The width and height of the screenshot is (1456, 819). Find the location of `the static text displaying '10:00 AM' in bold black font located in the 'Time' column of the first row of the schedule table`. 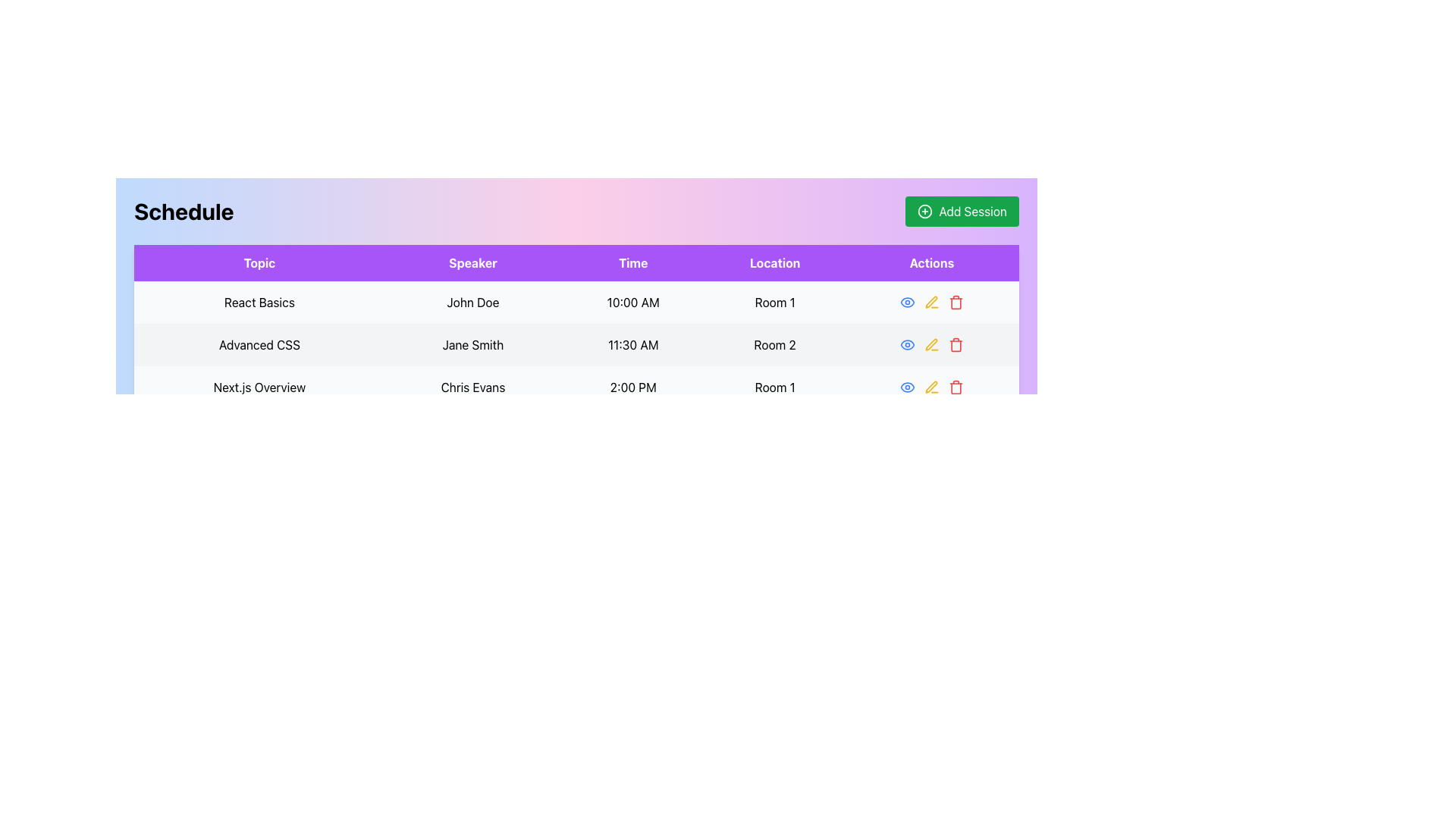

the static text displaying '10:00 AM' in bold black font located in the 'Time' column of the first row of the schedule table is located at coordinates (633, 302).